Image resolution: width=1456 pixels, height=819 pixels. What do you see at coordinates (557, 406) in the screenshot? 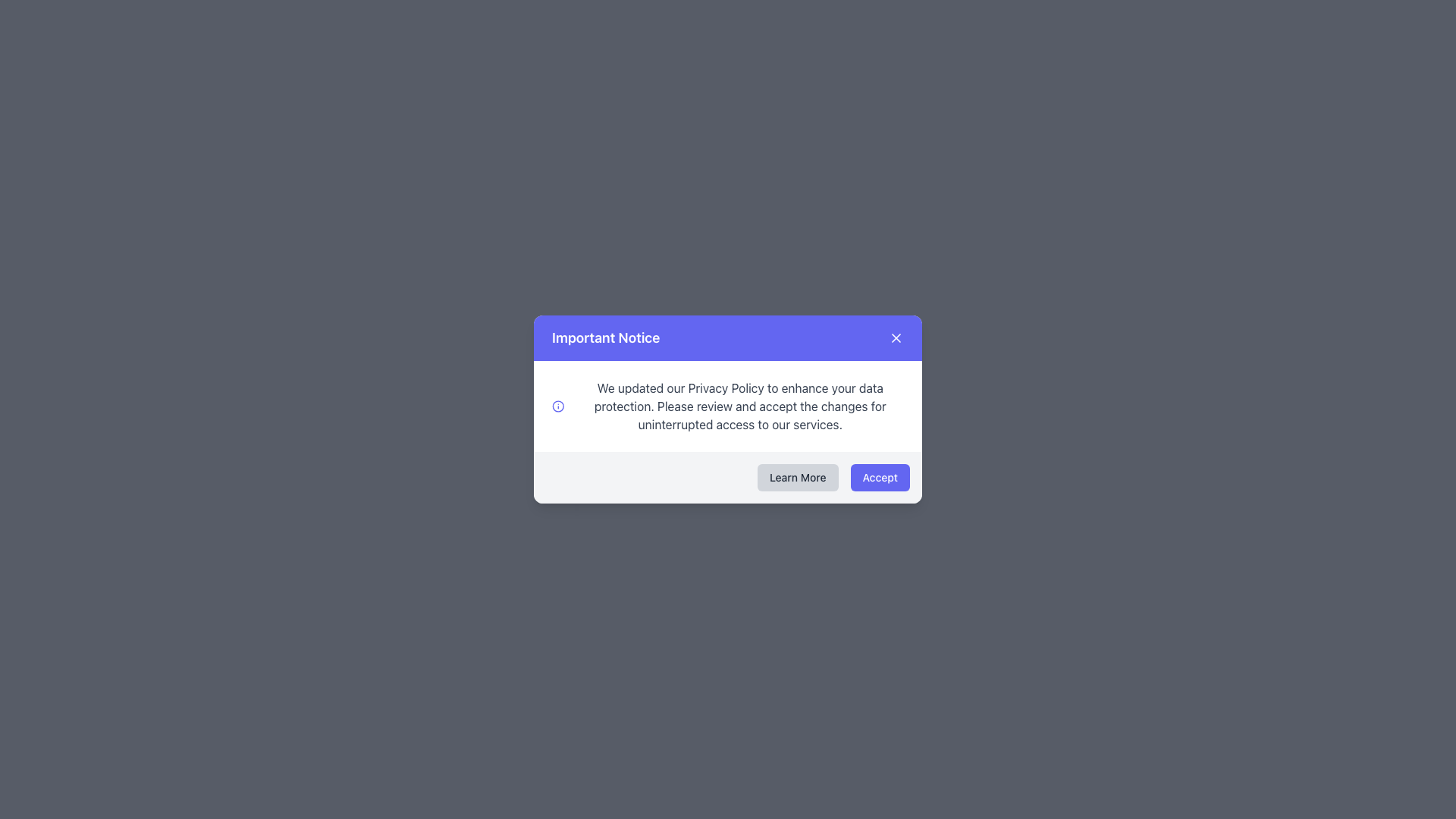
I see `the central circular graphic component of the 'info' icon, which is styled with the 'lucide-info' class and located at the top center of the dialog box` at bounding box center [557, 406].